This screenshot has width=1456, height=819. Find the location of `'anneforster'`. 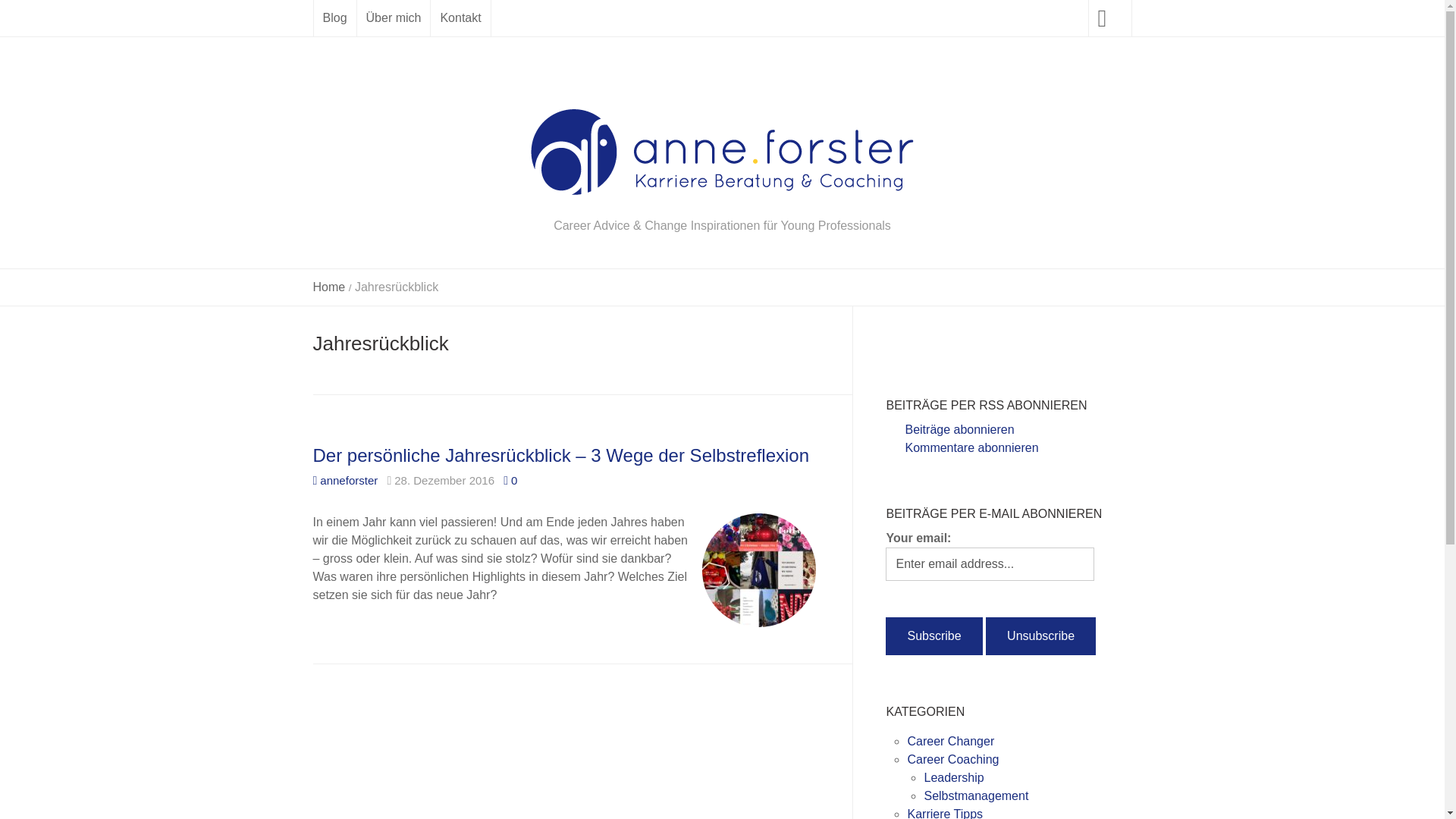

'anneforster' is located at coordinates (344, 481).